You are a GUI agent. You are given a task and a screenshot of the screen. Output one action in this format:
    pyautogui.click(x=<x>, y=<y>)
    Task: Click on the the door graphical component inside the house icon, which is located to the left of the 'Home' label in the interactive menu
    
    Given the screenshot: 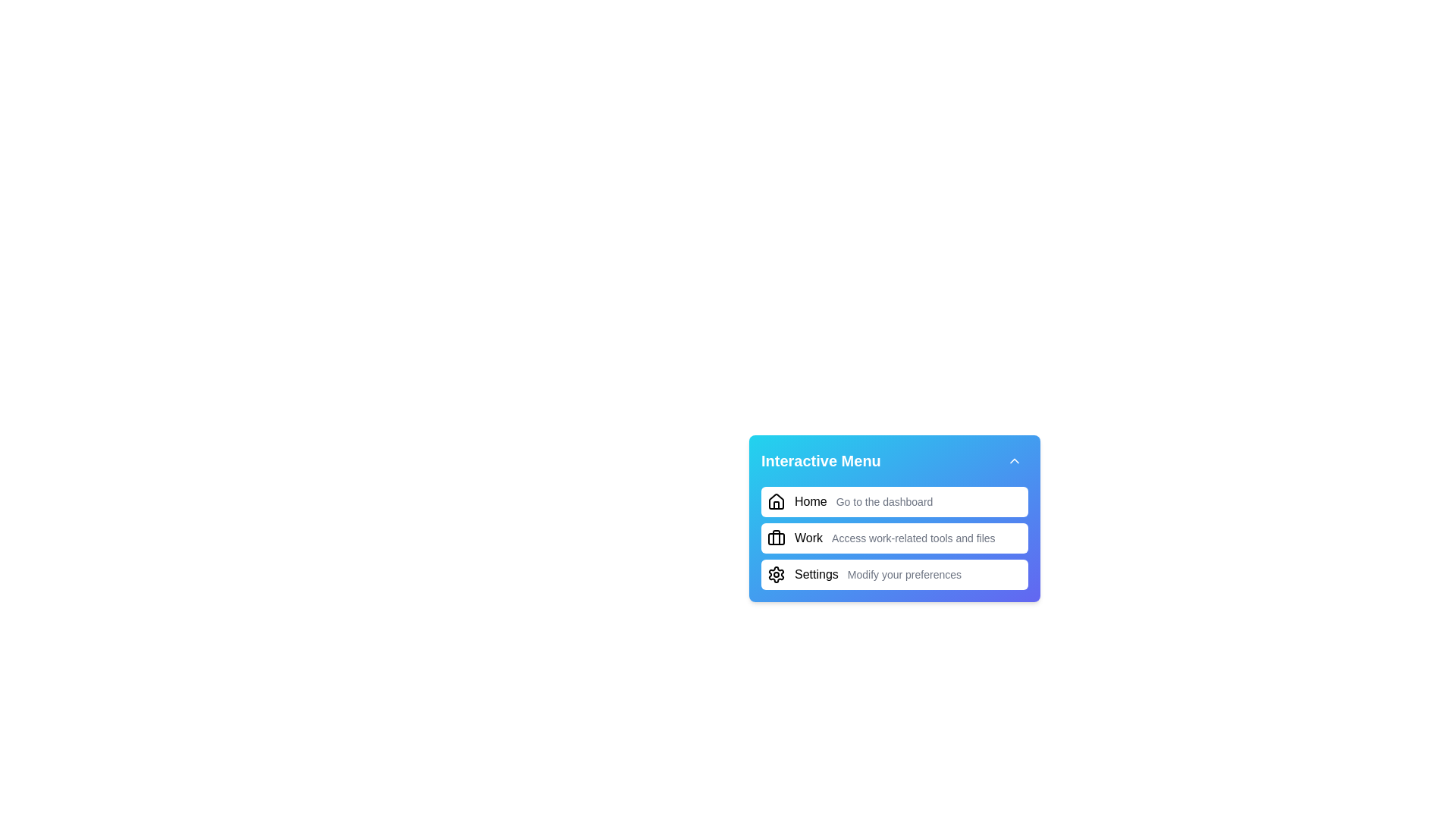 What is the action you would take?
    pyautogui.click(x=776, y=505)
    